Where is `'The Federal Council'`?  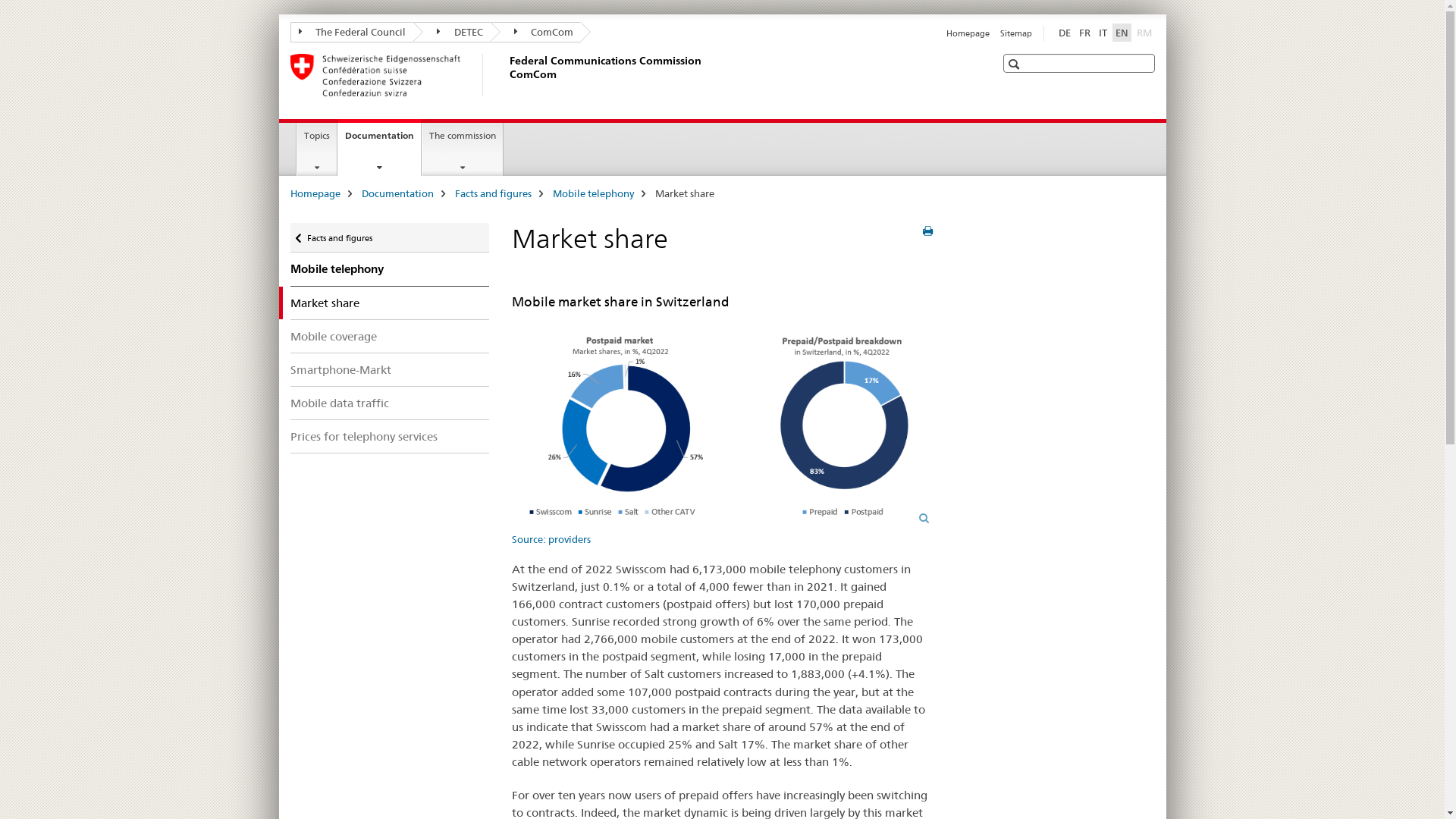 'The Federal Council' is located at coordinates (350, 32).